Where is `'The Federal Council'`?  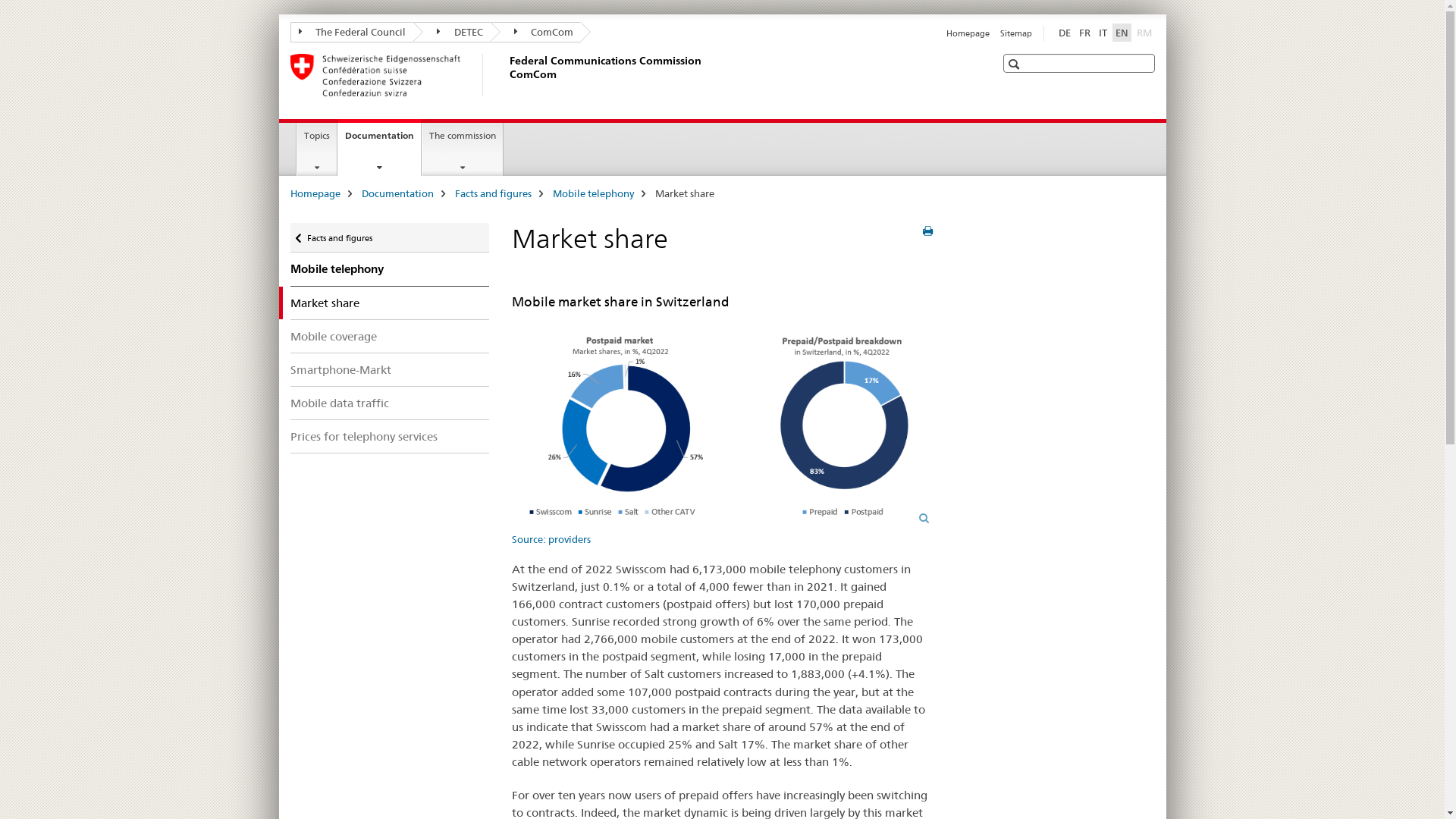 'The Federal Council' is located at coordinates (350, 32).